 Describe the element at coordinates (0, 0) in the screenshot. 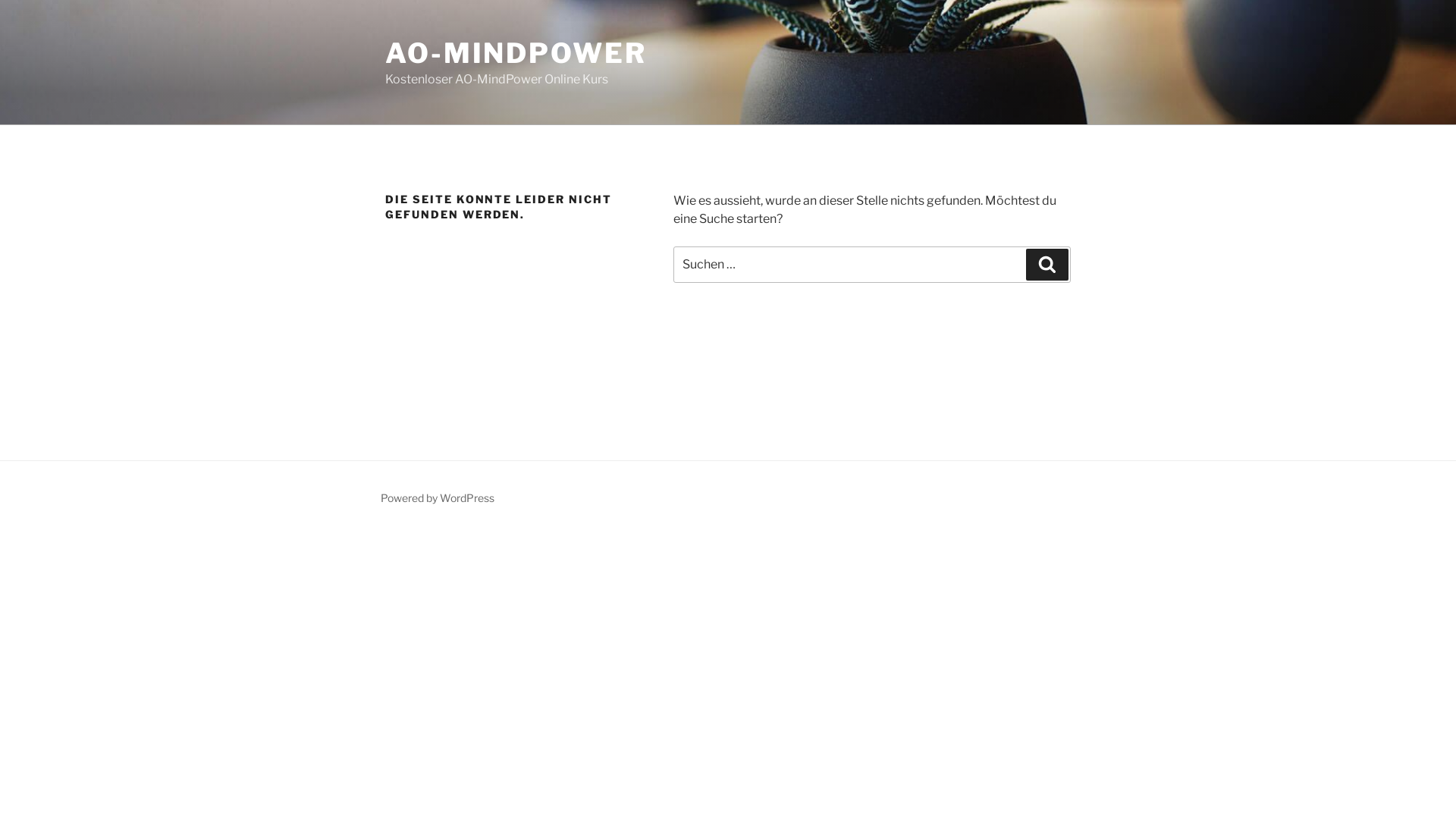

I see `'Zum Inhalt springen'` at that location.